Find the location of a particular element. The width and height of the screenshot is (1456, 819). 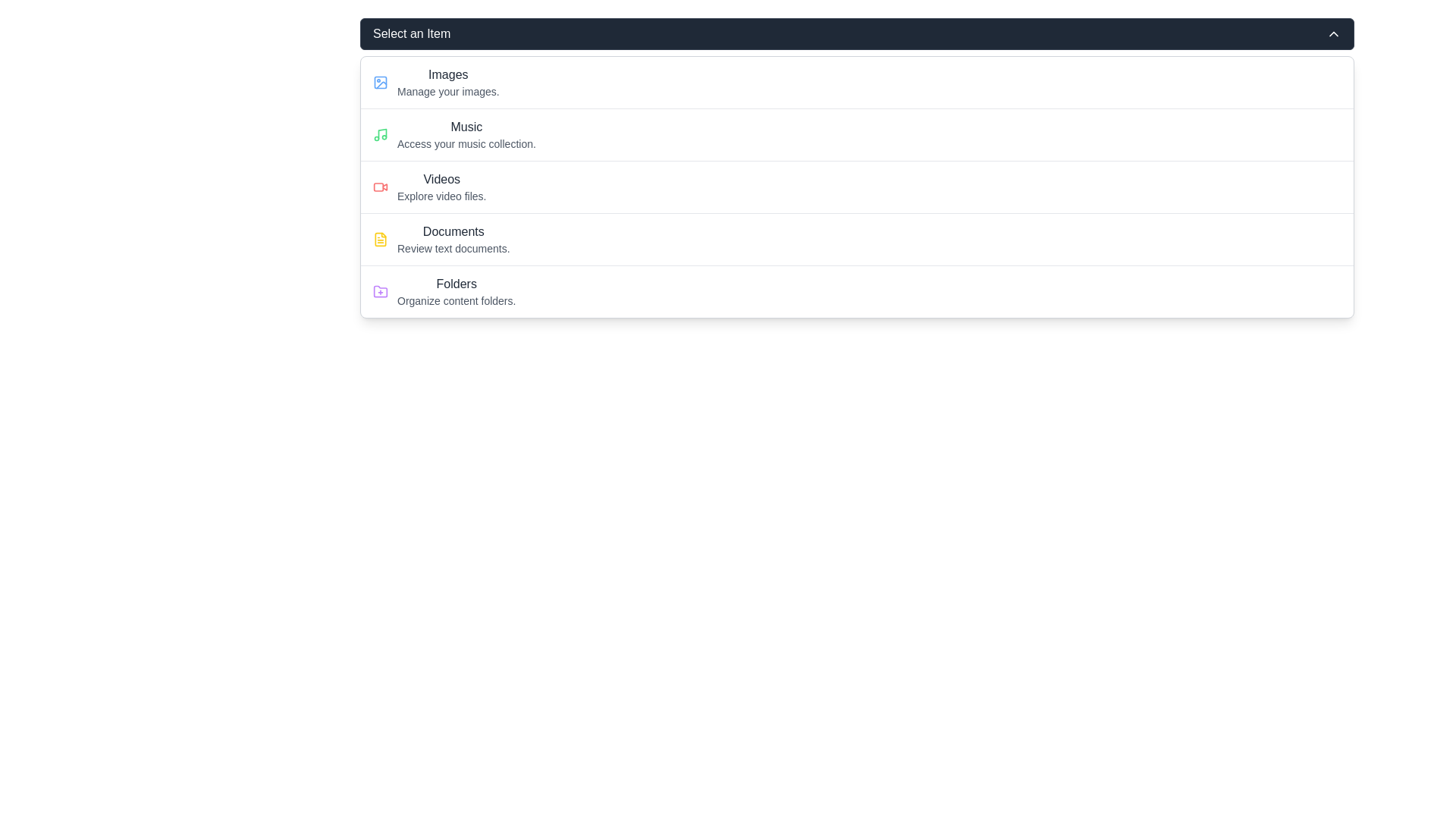

the purple folder icon with a plus sign located on the far left of the 'Folders' entry is located at coordinates (381, 292).